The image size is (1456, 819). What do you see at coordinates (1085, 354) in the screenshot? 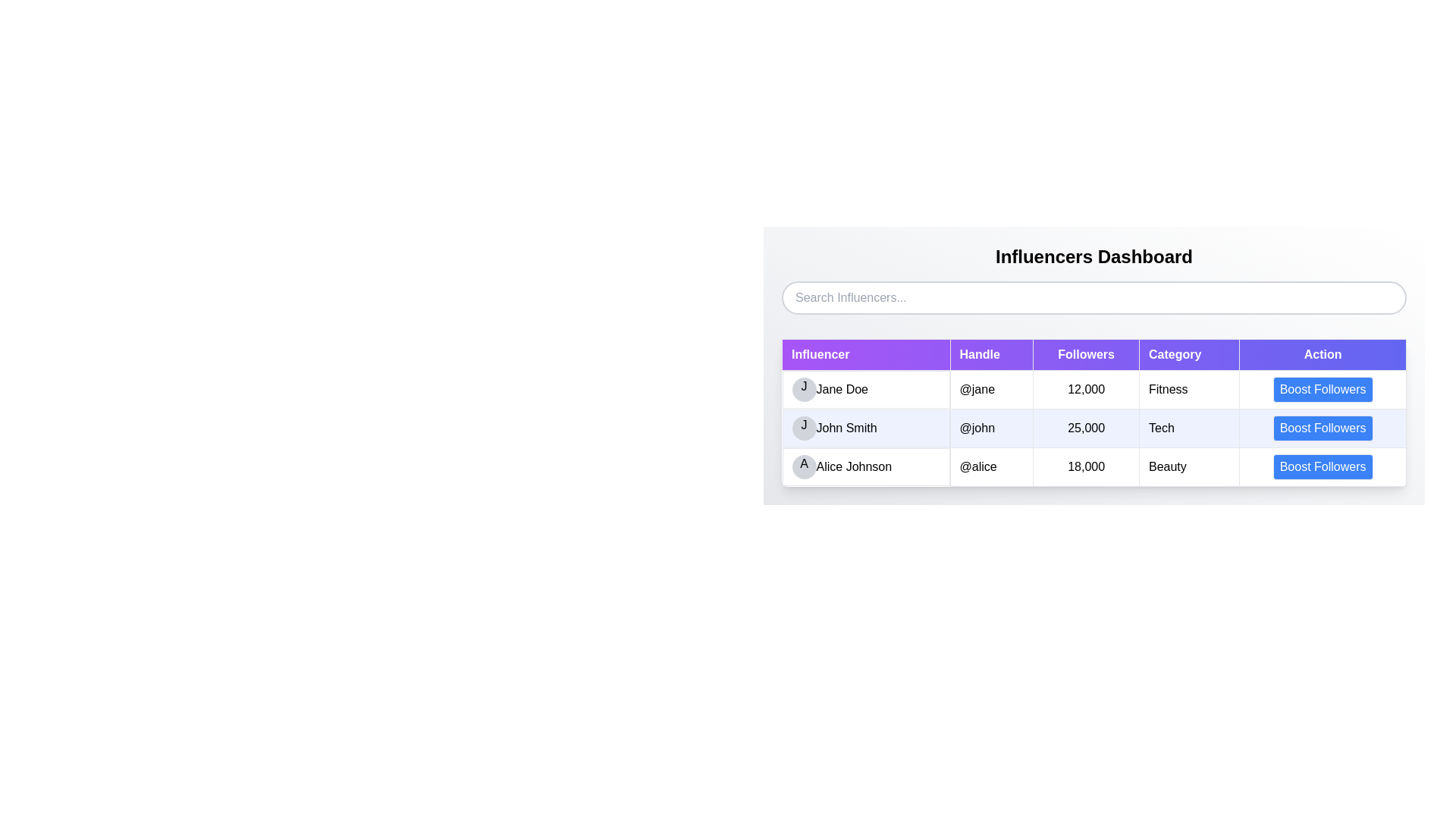
I see `the Table Header Label with the text 'Followers', which has a purple background and is located in the top header row of a table, between the 'Handle' and 'Category' columns` at bounding box center [1085, 354].